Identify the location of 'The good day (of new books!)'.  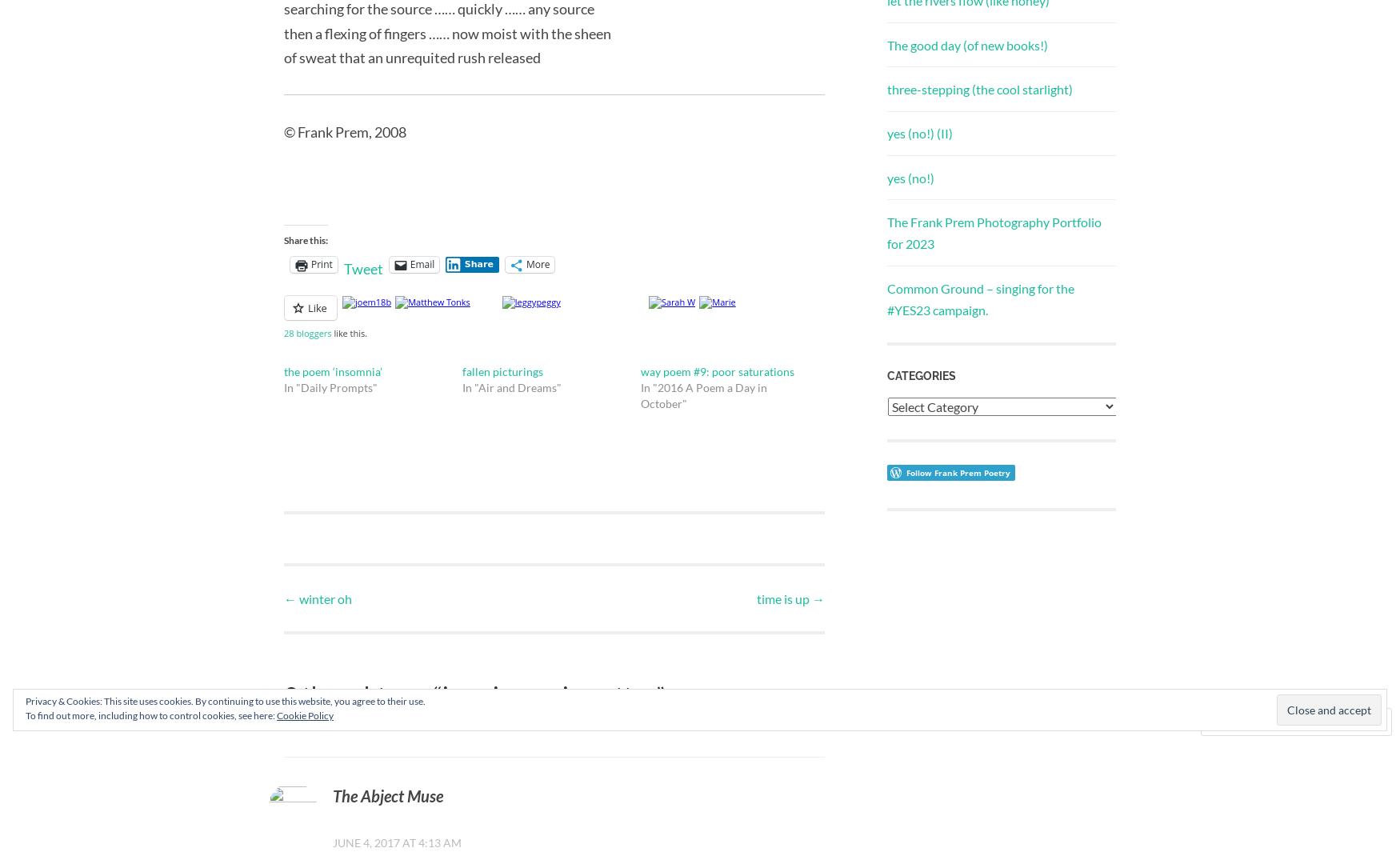
(967, 43).